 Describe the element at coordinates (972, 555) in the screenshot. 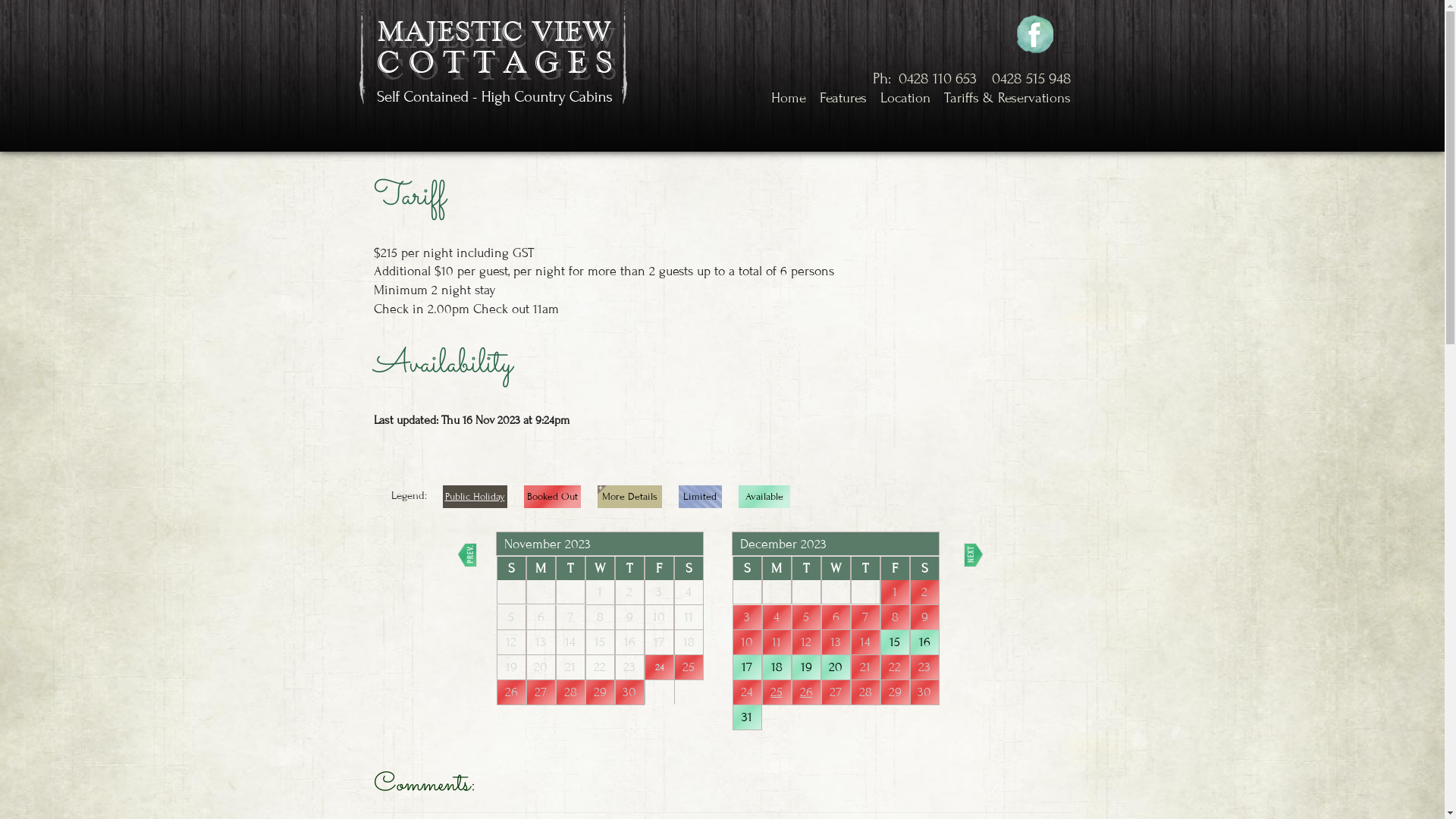

I see `'Next'` at that location.